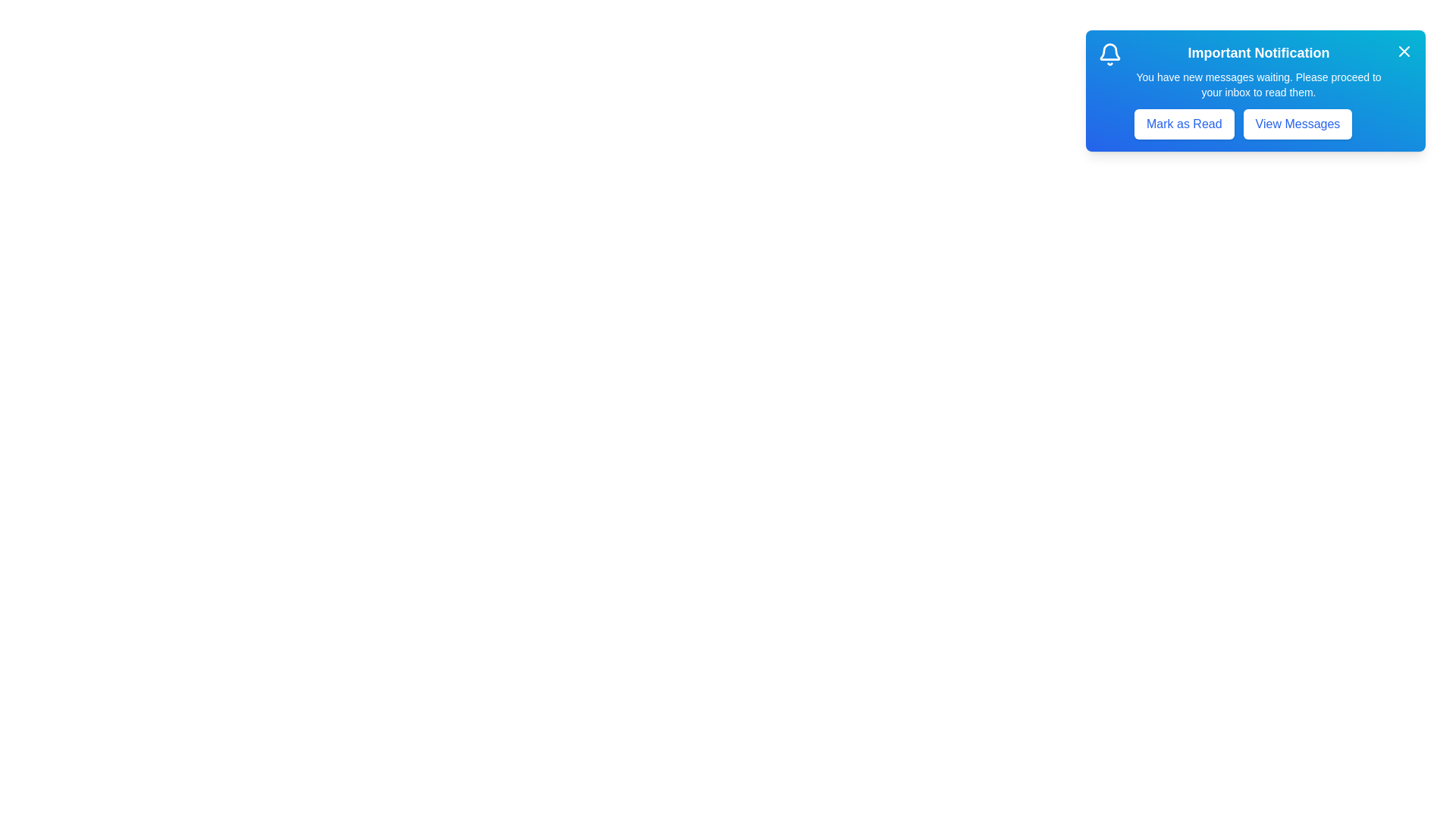 The width and height of the screenshot is (1456, 819). I want to click on the 'Close' button to dismiss the notification, so click(1404, 51).